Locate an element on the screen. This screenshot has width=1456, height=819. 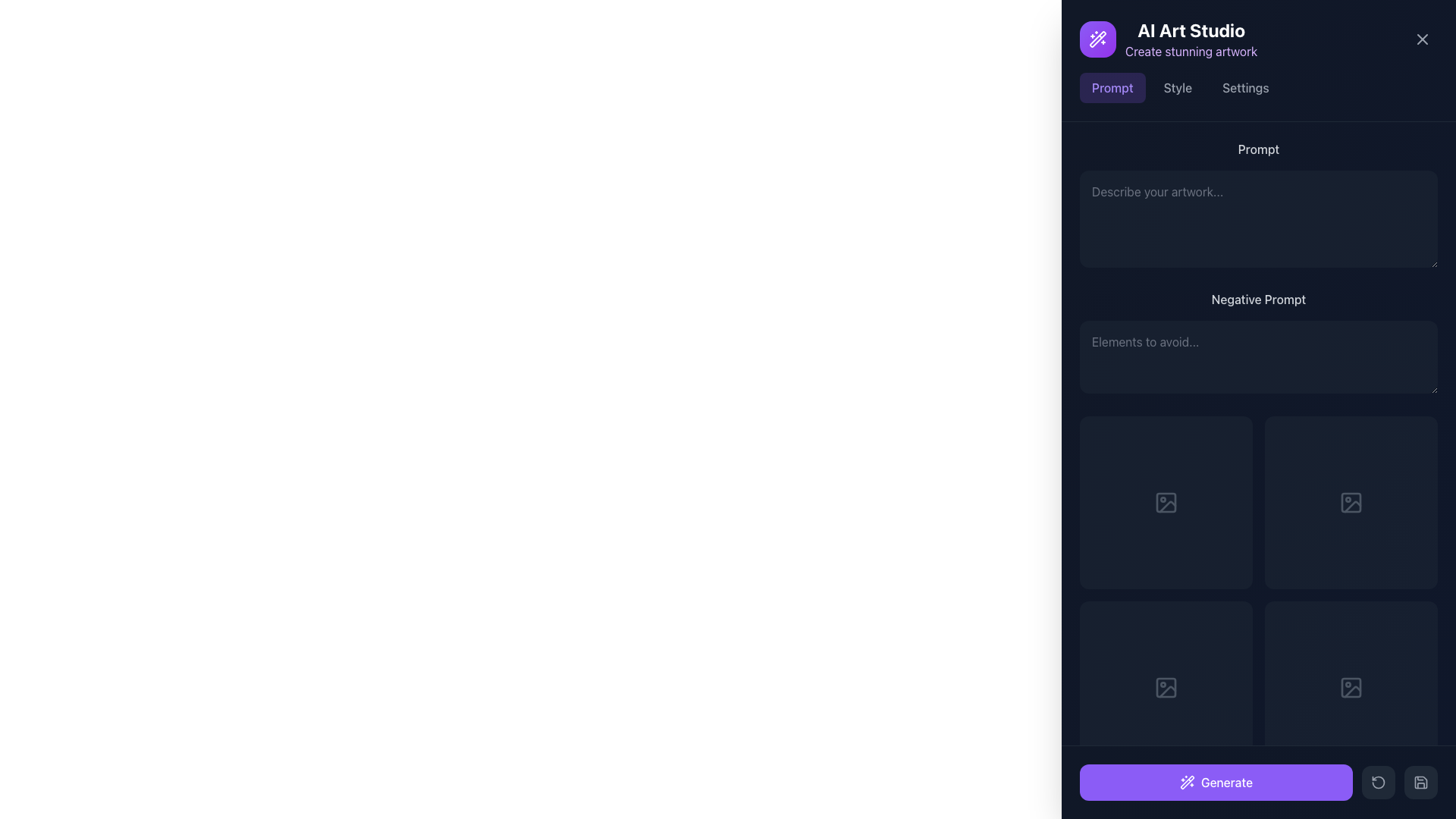
the 'Style' button, which is a clickable button with rounded corners and a light gray color that changes to darker gray on hover, located between the 'Prompt' and 'Settings' buttons is located at coordinates (1177, 87).